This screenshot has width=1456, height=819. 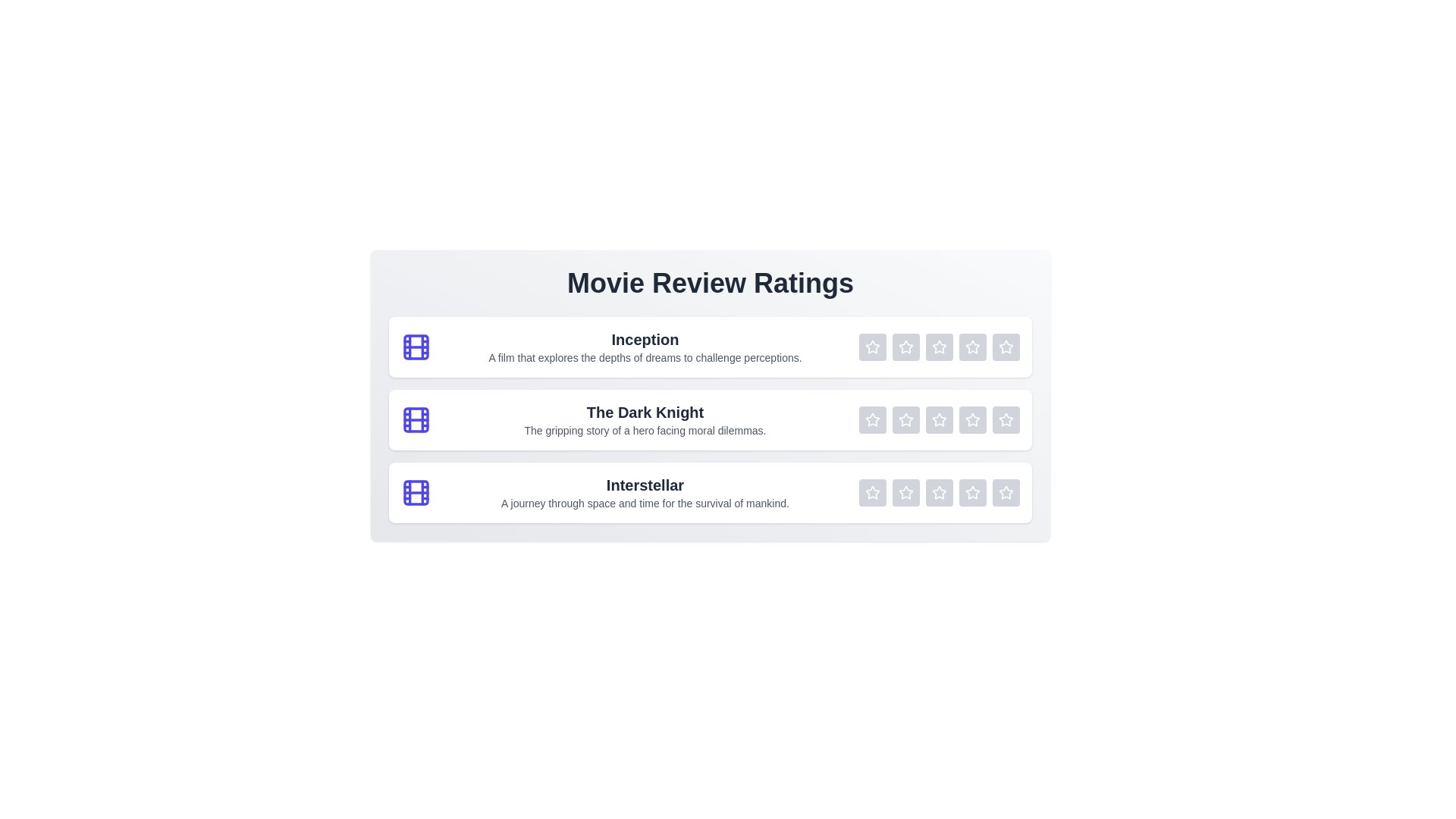 I want to click on the rating of a movie to 5 stars by clicking the corresponding star, so click(x=1006, y=347).